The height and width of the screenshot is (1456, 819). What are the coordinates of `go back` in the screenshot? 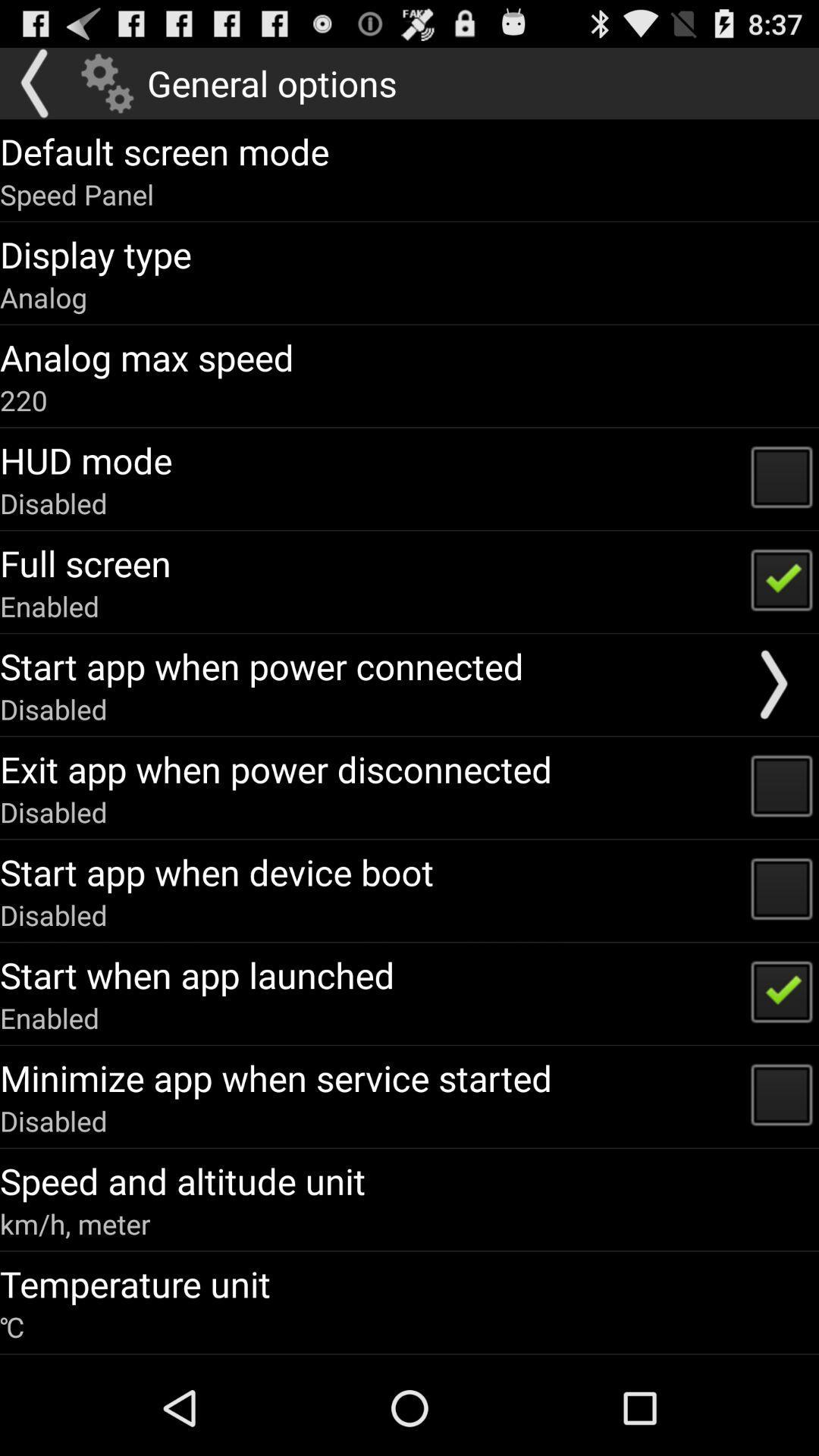 It's located at (35, 83).